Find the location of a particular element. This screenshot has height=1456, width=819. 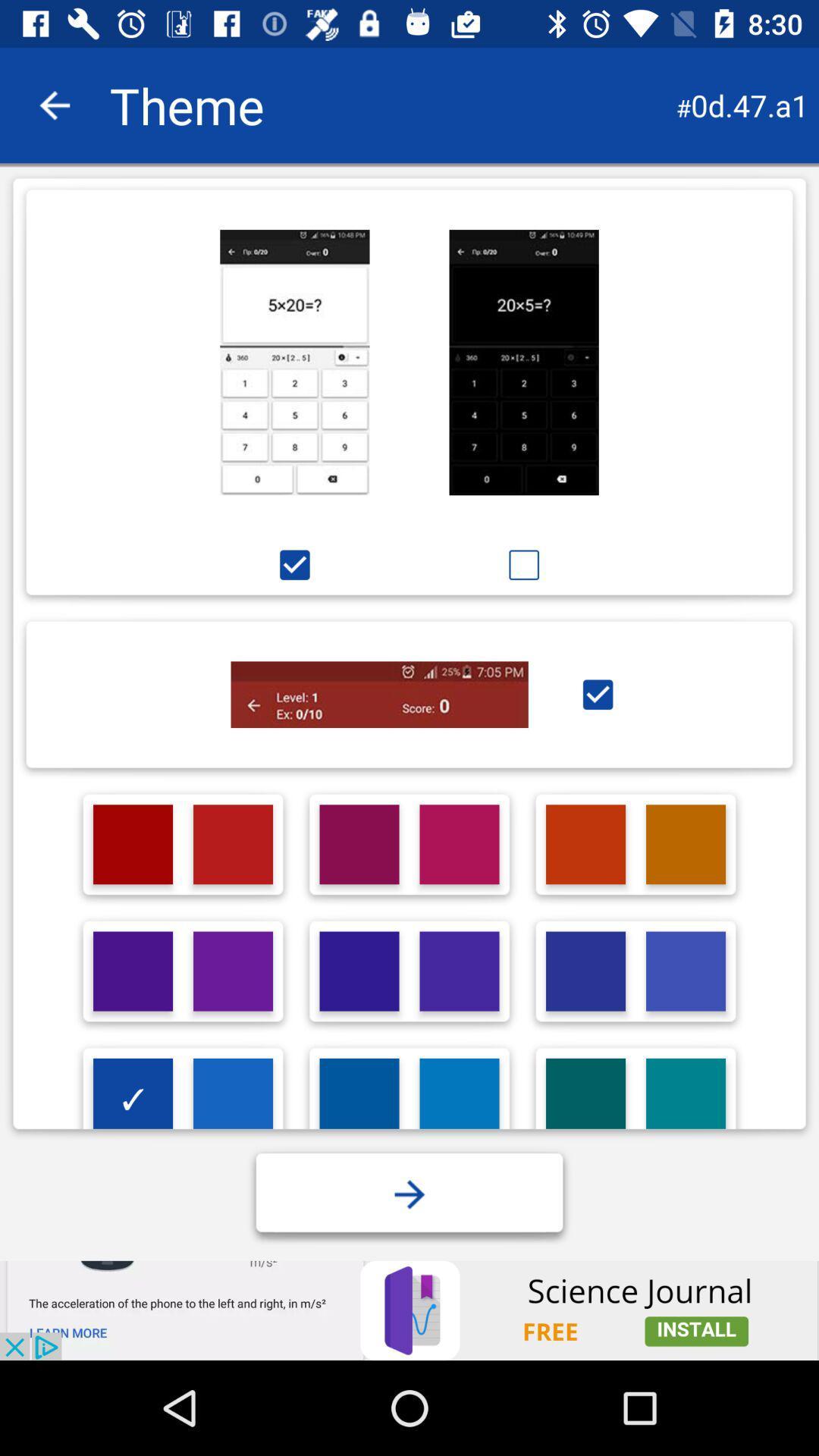

option below second image is located at coordinates (523, 564).